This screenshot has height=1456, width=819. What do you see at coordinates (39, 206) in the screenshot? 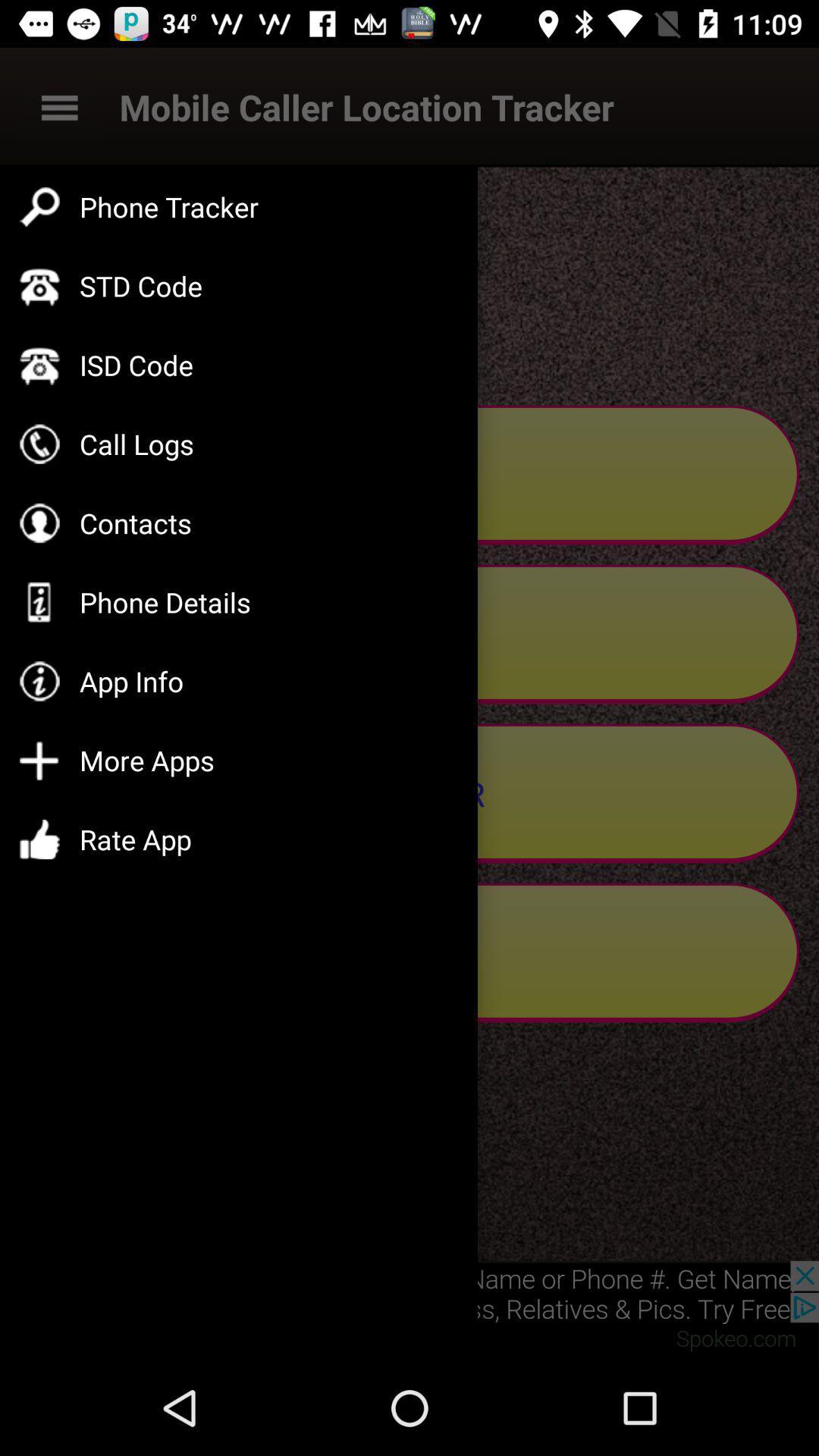
I see `the symbol to the left side of phone tracker` at bounding box center [39, 206].